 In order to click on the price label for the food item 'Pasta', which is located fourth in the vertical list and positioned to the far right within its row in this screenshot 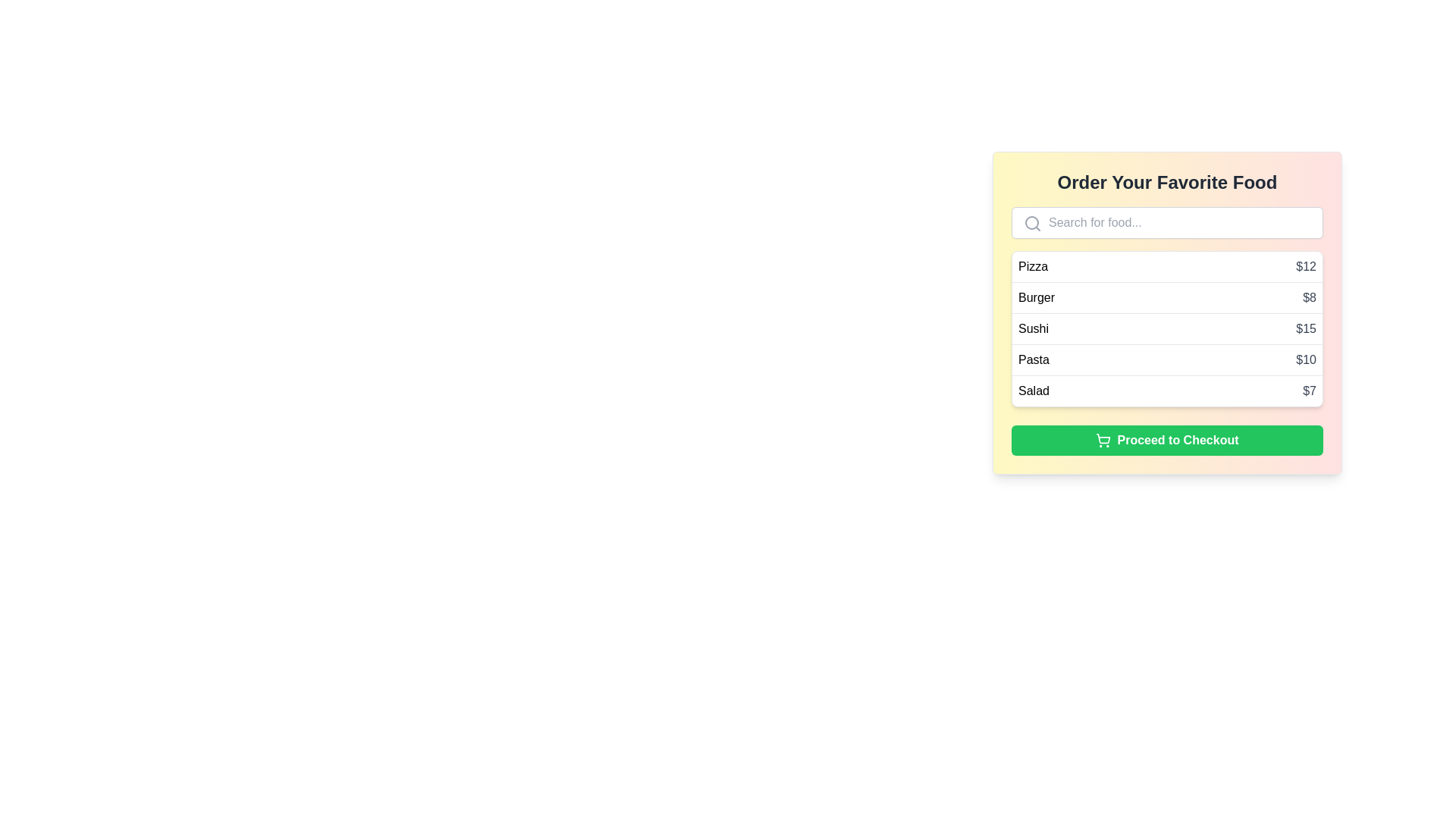, I will do `click(1305, 359)`.